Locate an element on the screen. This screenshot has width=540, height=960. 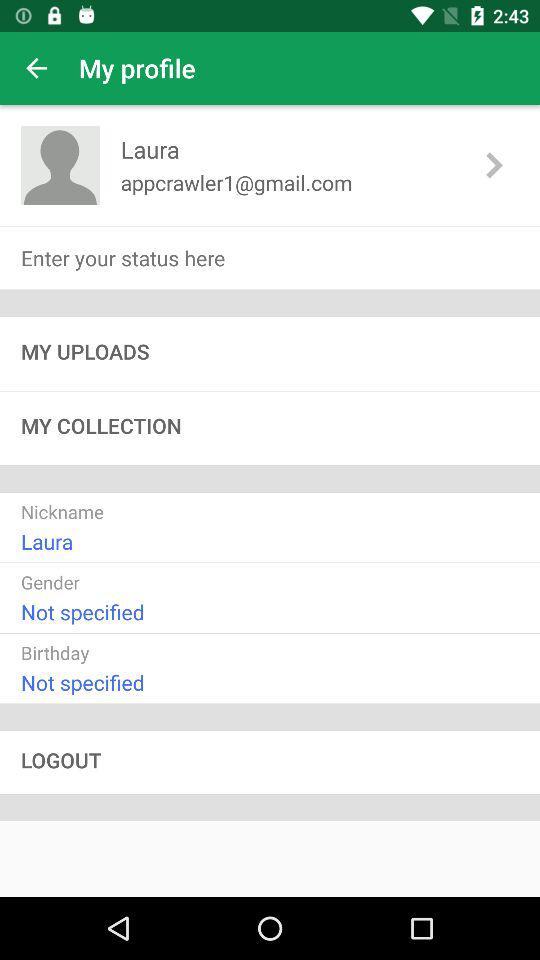
my collection item is located at coordinates (270, 428).